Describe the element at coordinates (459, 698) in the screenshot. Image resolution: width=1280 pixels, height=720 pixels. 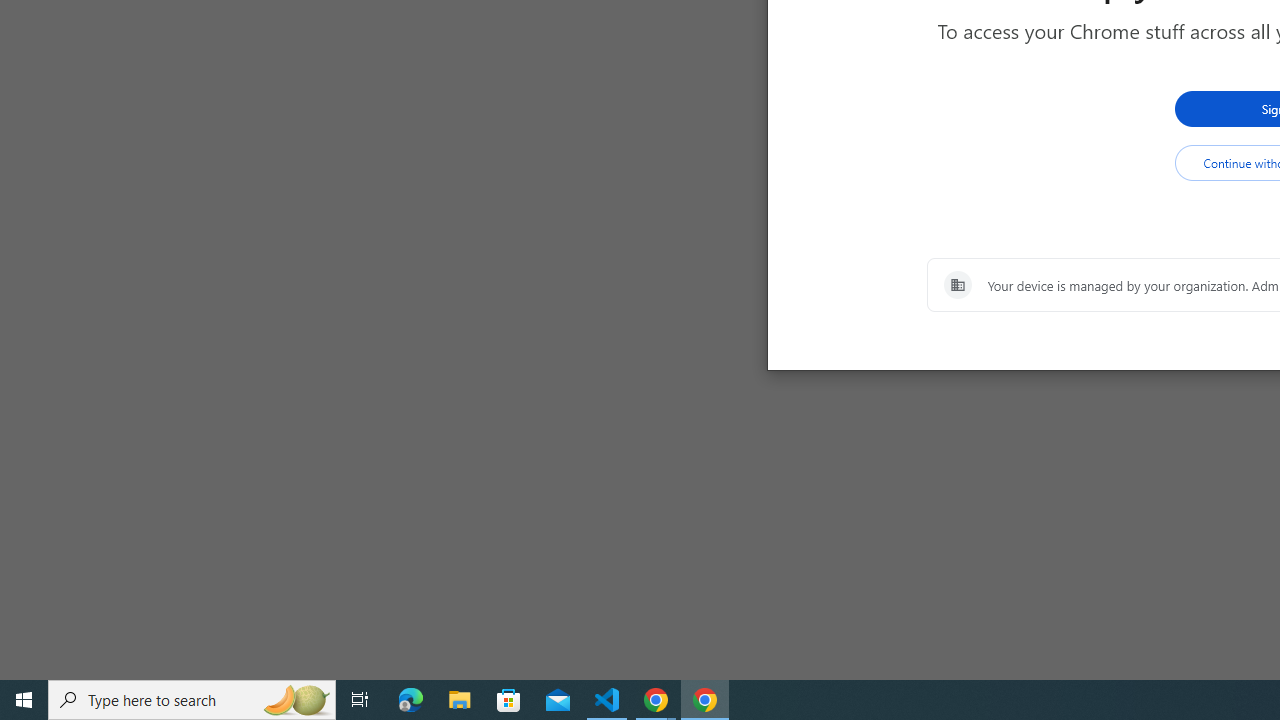
I see `'File Explorer'` at that location.